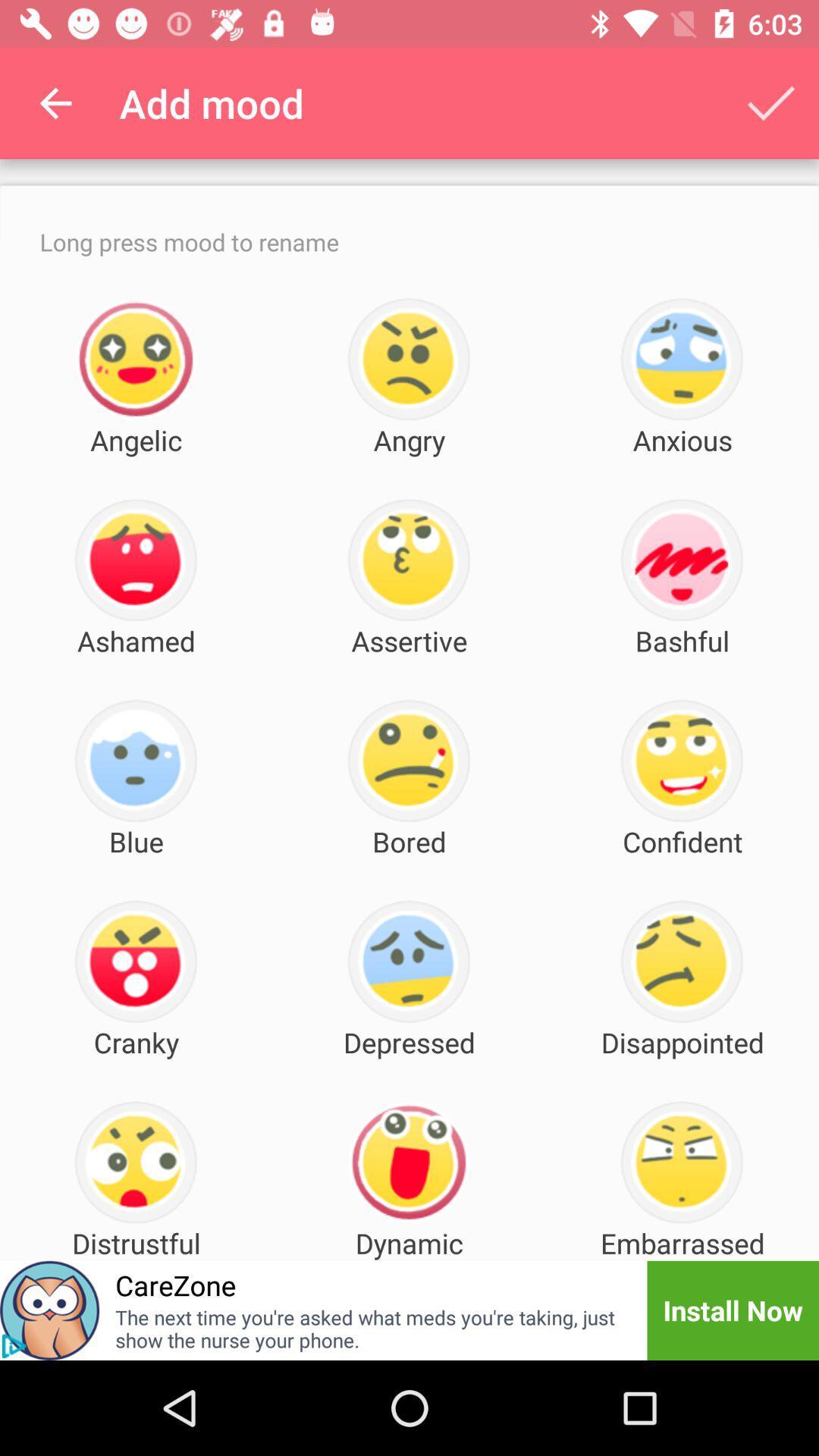 This screenshot has width=819, height=1456. Describe the element at coordinates (174, 1284) in the screenshot. I see `the item to the left of dynamic icon` at that location.